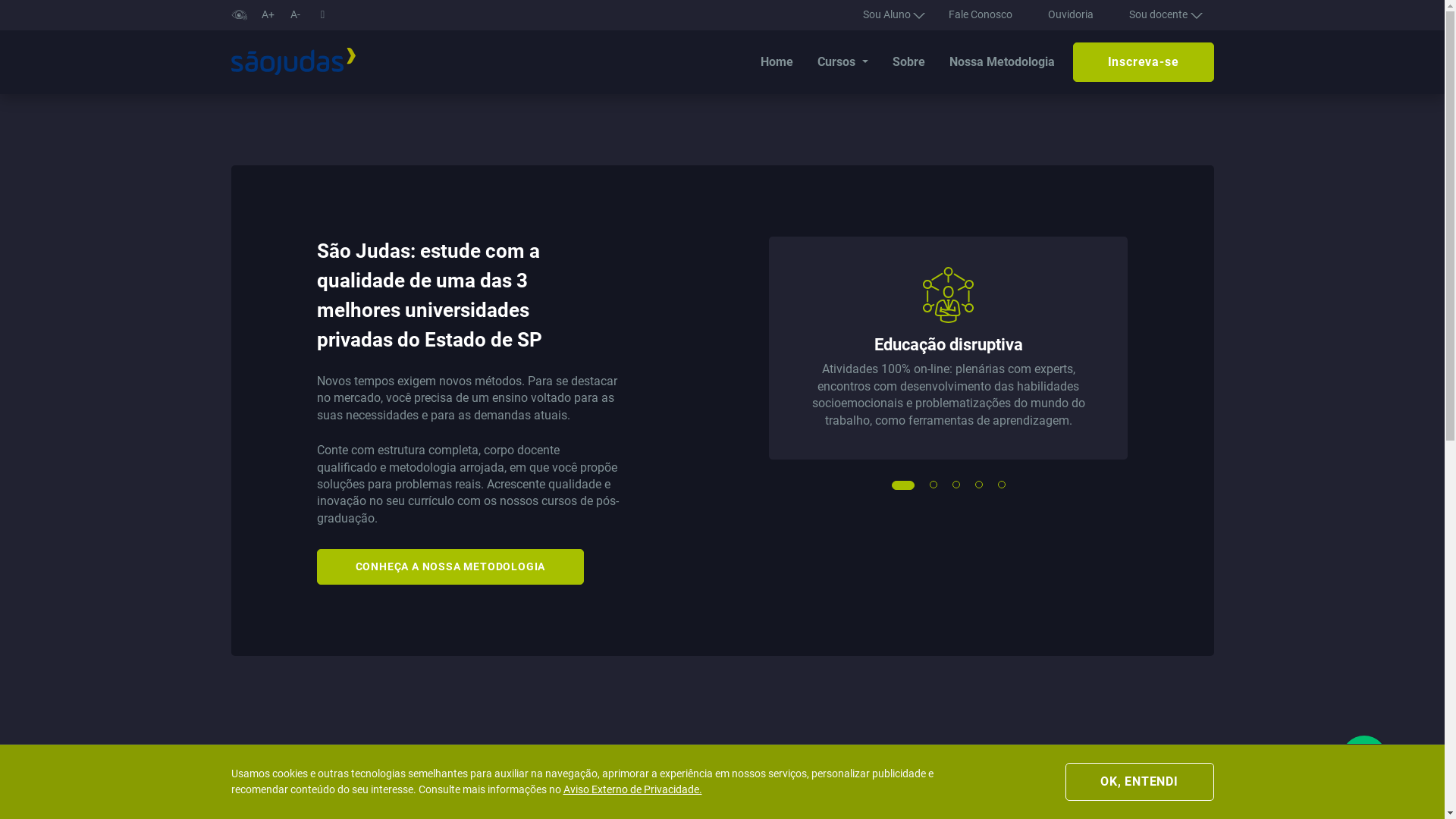  I want to click on 'Sou docente', so click(1117, 14).